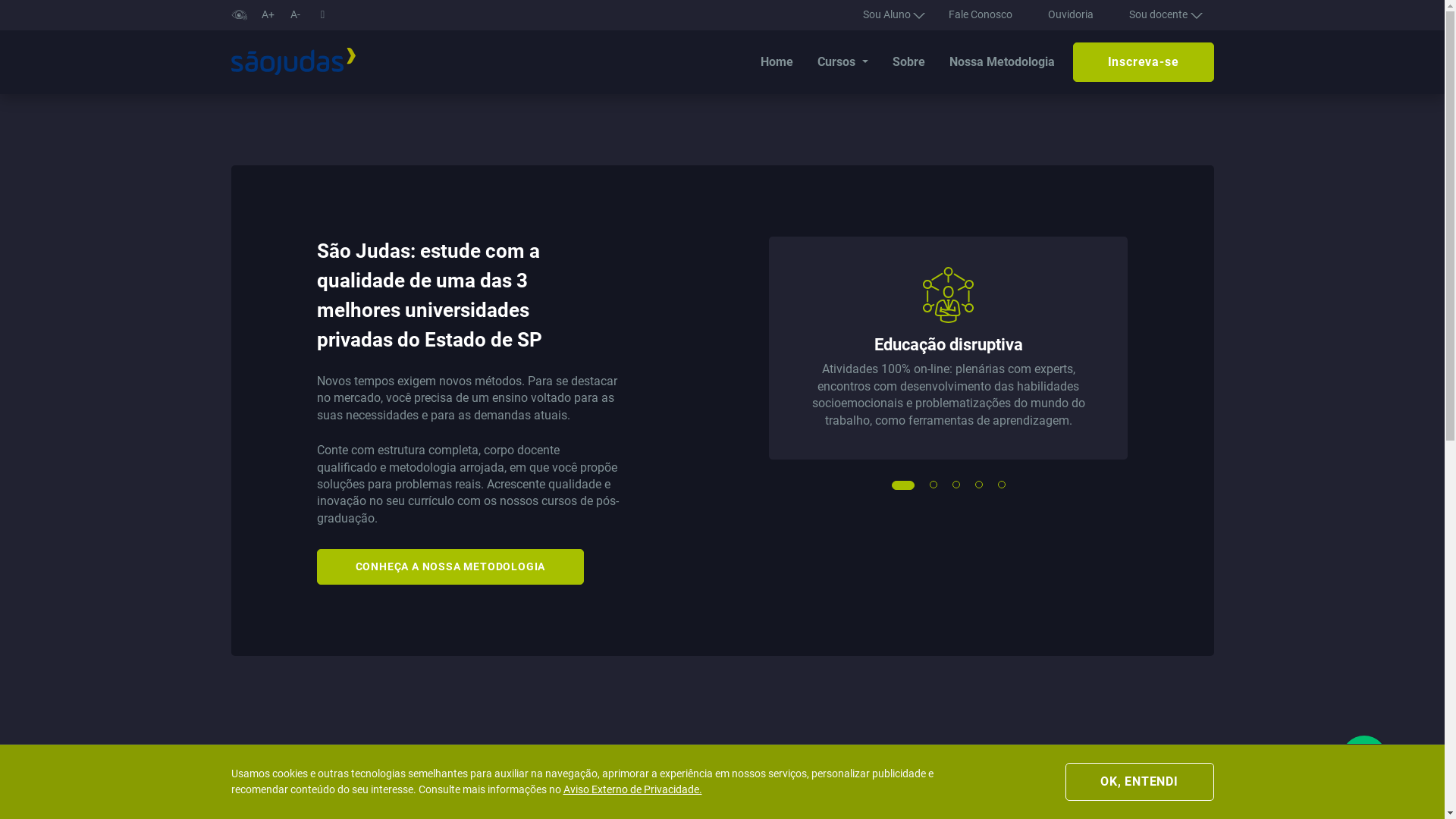  I want to click on 'Sou docente', so click(1117, 14).